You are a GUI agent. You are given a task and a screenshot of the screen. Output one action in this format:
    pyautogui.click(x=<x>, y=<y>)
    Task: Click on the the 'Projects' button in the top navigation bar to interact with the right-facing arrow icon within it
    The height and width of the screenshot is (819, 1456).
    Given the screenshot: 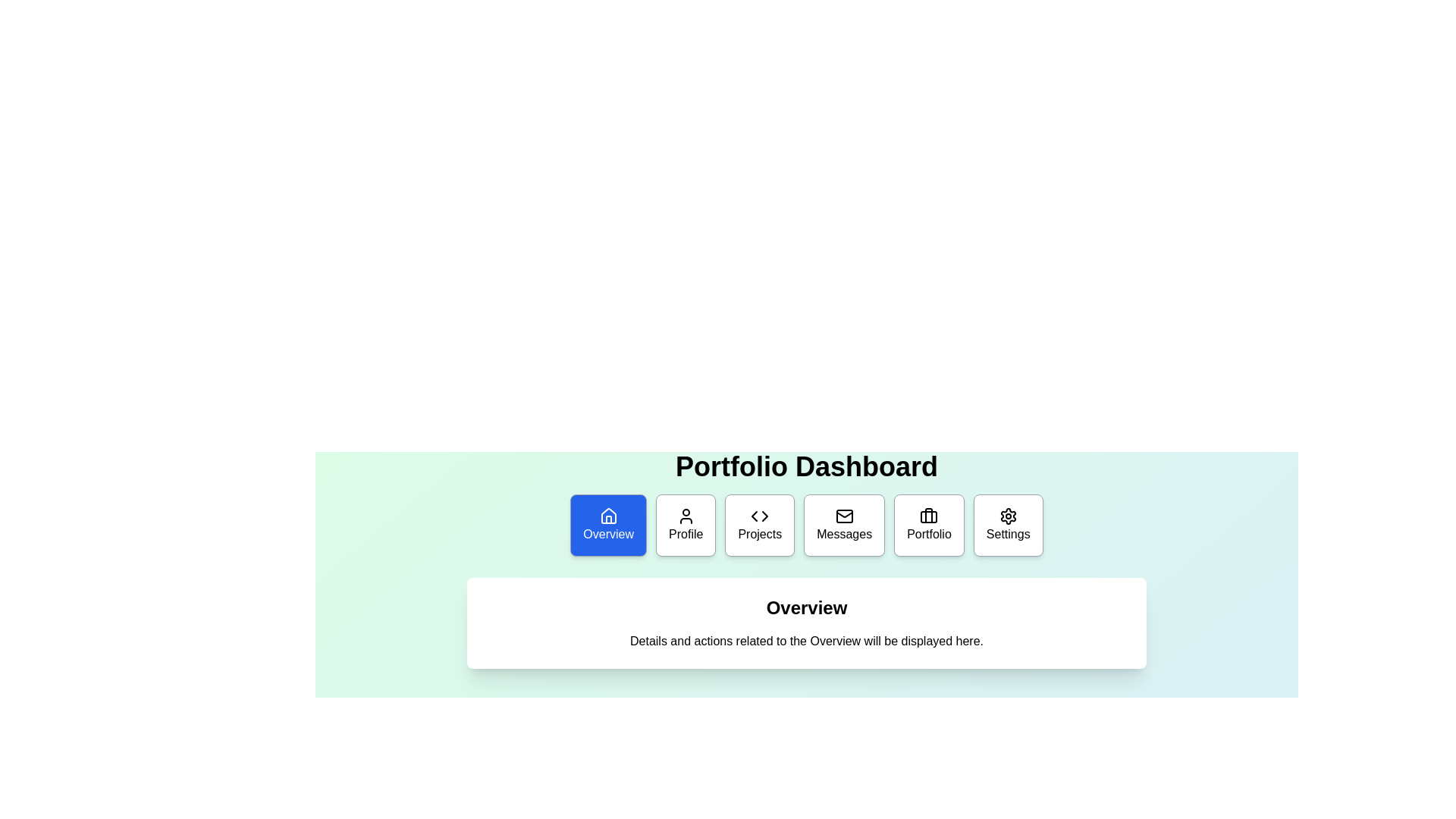 What is the action you would take?
    pyautogui.click(x=765, y=516)
    